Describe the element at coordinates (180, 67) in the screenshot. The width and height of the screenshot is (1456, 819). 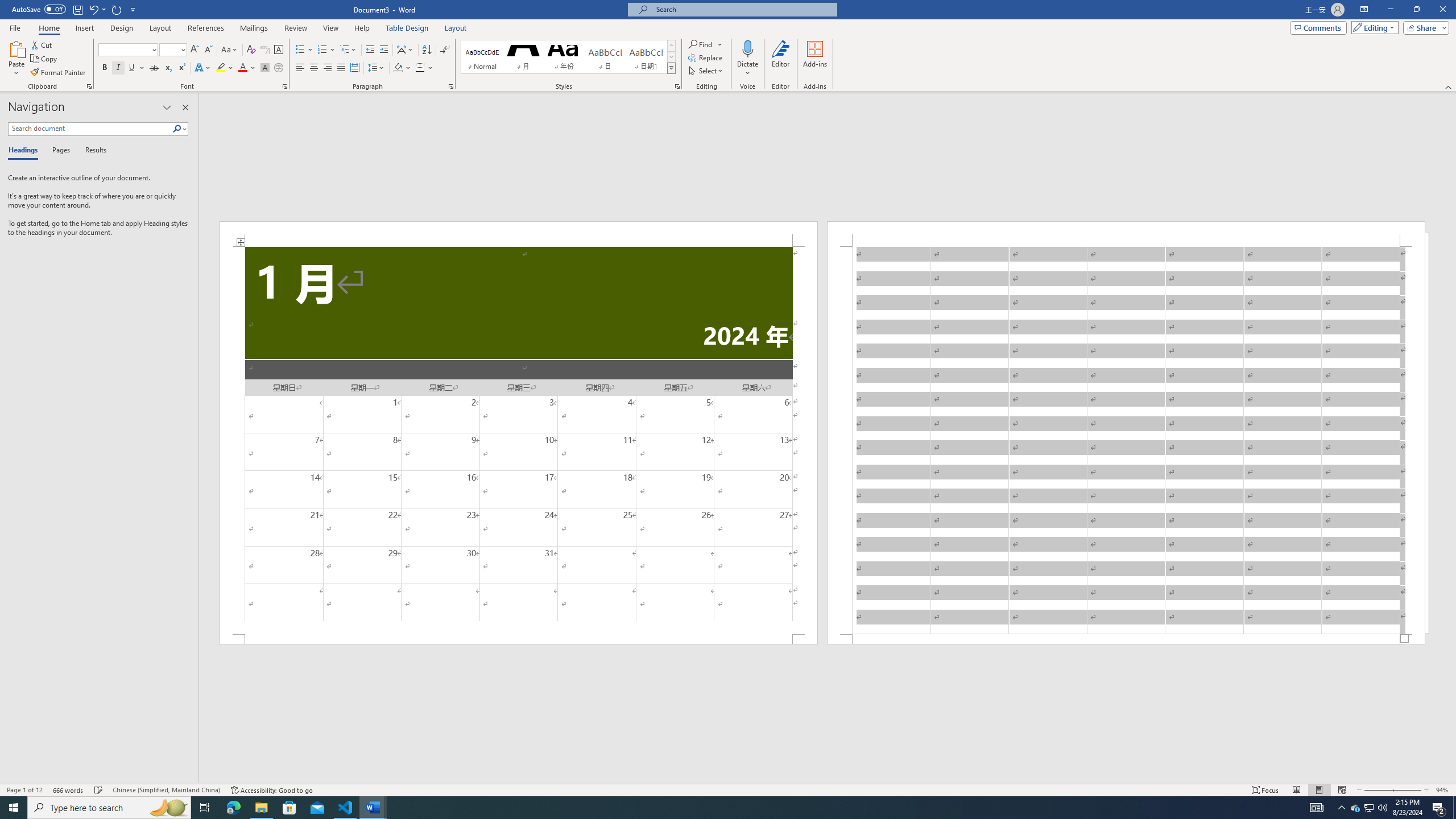
I see `'Superscript'` at that location.